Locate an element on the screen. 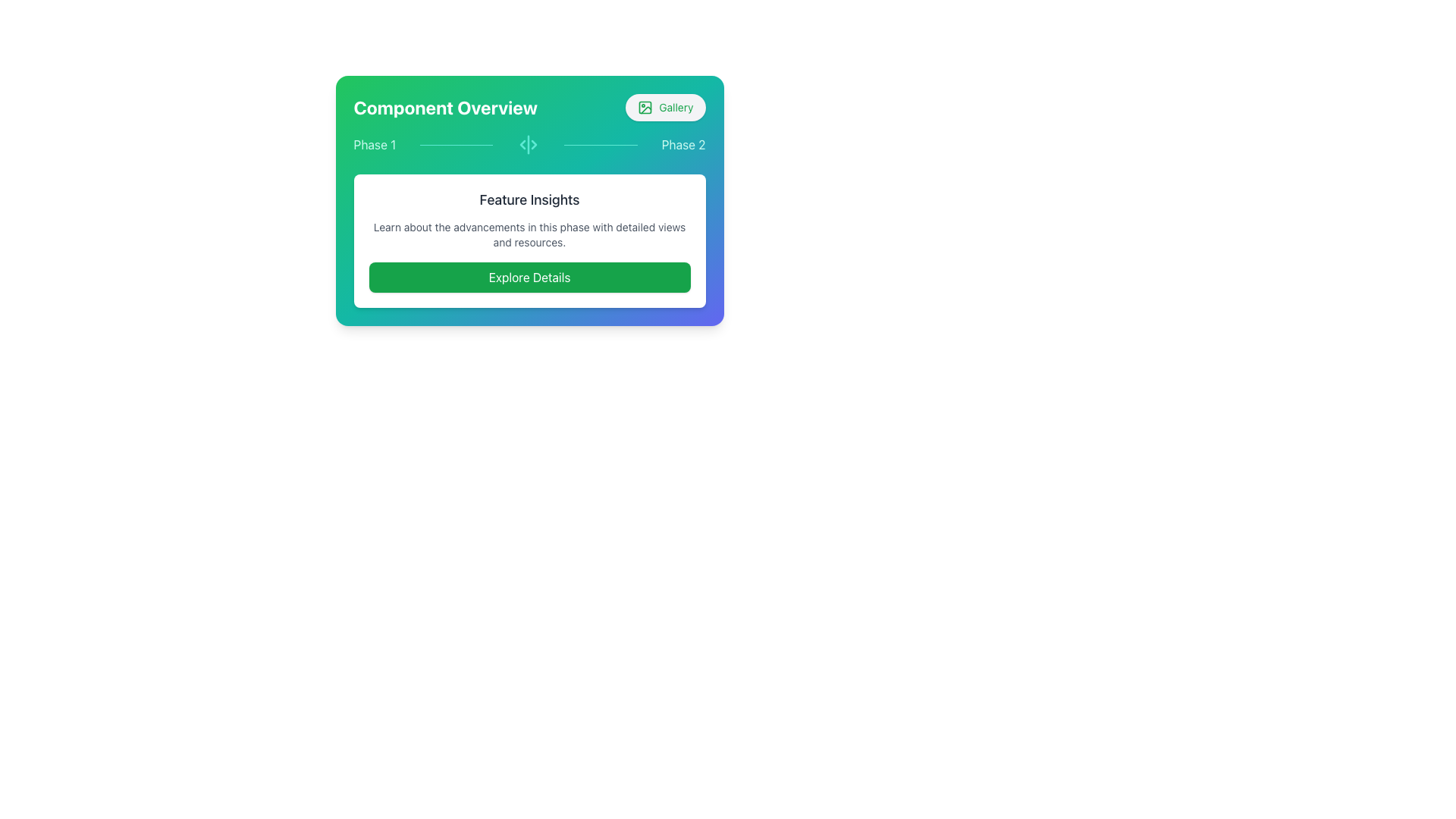  the button located to the right of the 'Component Overview' header is located at coordinates (665, 107).